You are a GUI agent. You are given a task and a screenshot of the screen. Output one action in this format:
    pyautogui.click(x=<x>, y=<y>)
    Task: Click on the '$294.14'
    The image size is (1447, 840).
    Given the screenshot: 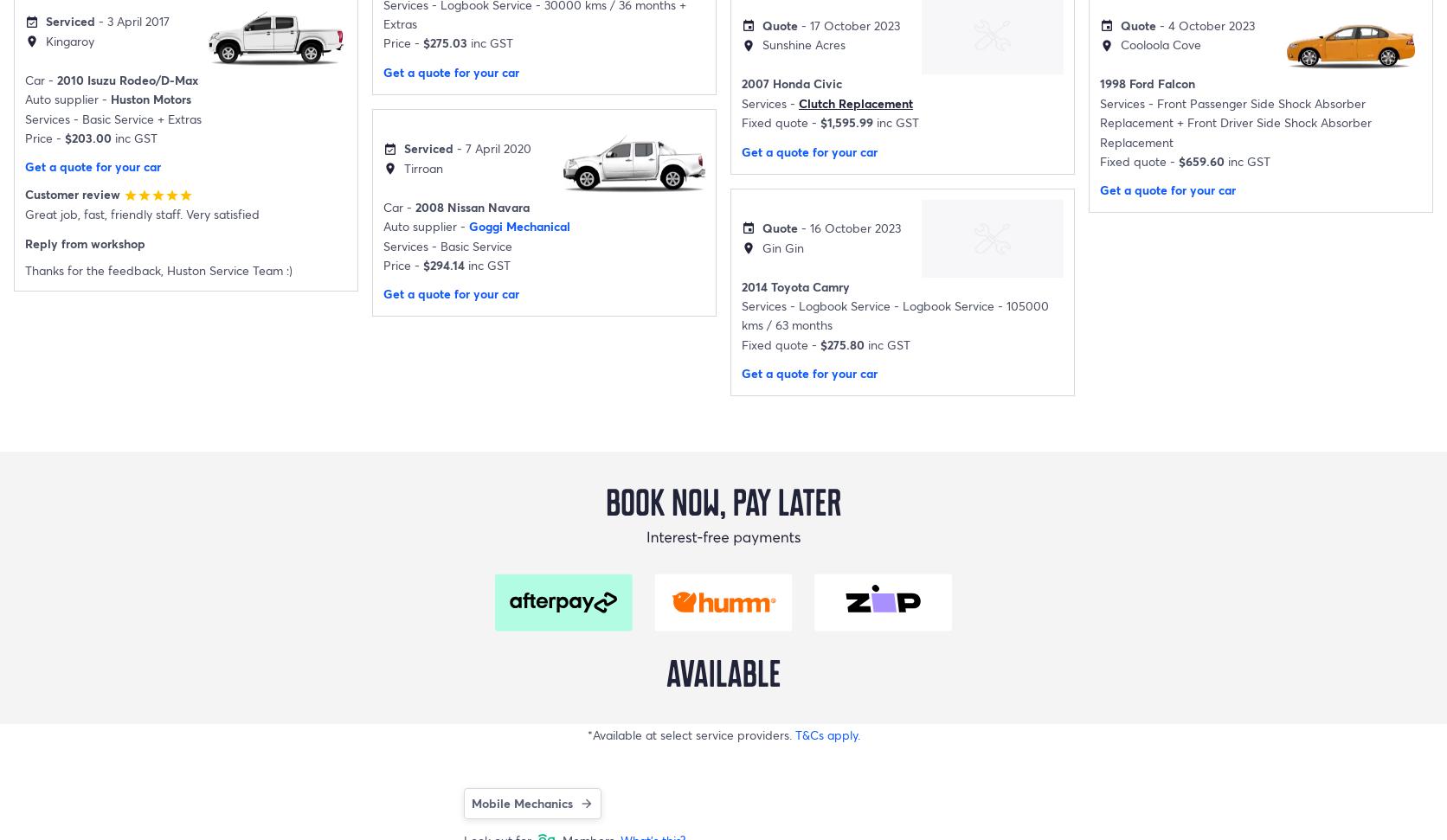 What is the action you would take?
    pyautogui.click(x=443, y=263)
    